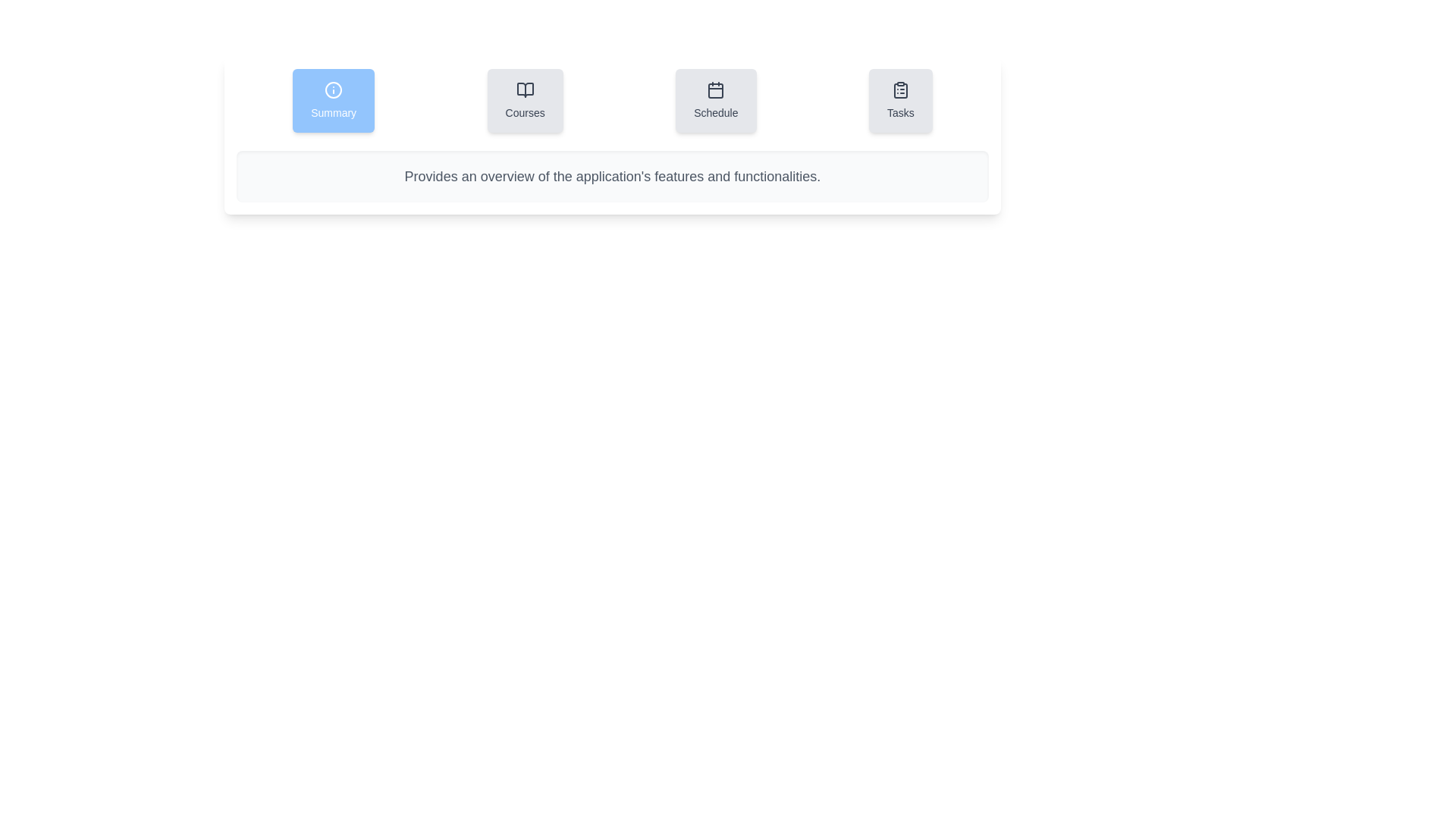  Describe the element at coordinates (715, 100) in the screenshot. I see `the Schedule tab by clicking on it` at that location.